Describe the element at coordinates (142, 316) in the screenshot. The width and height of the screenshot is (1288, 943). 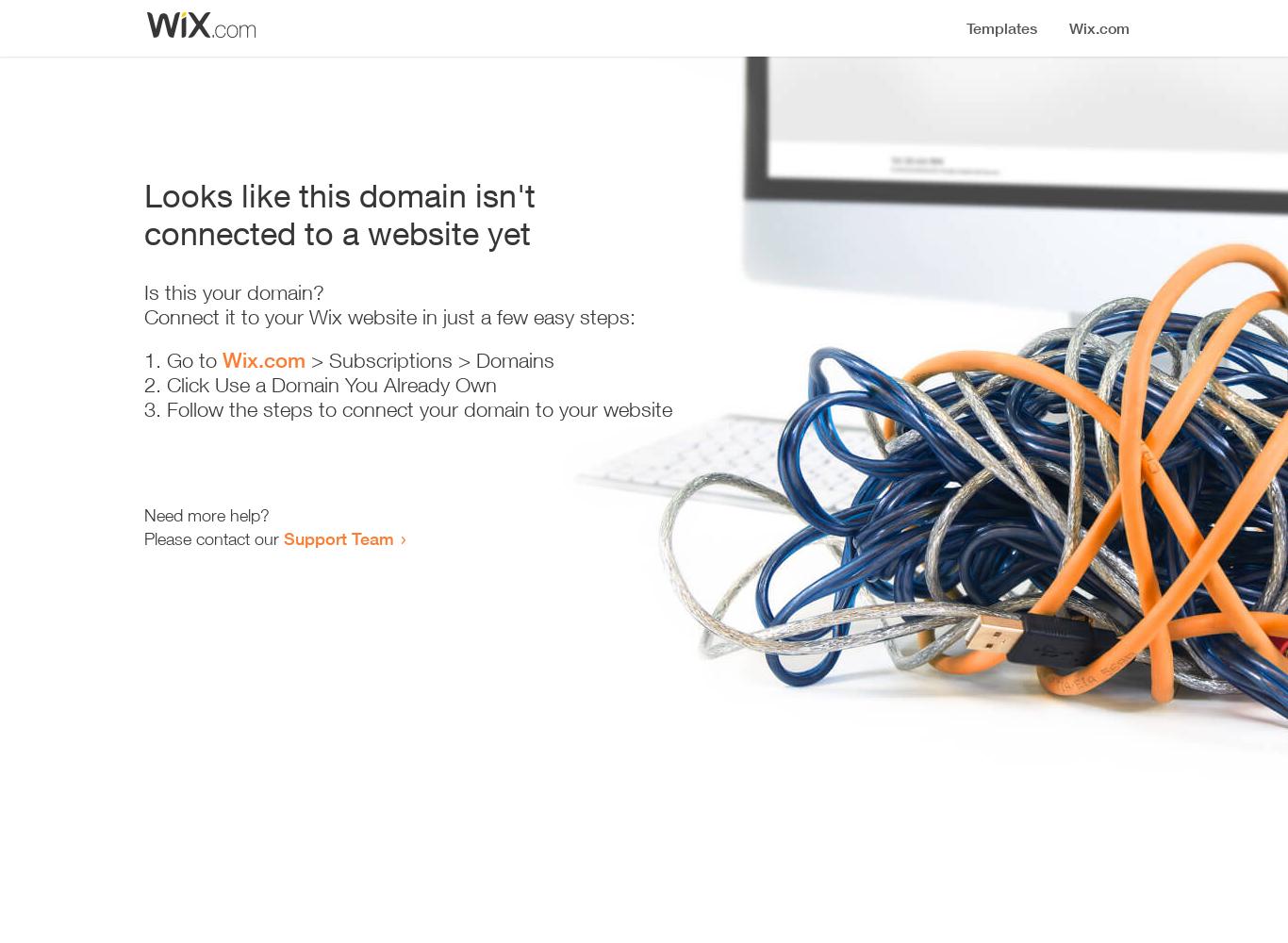
I see `'Connect it to your Wix website in just a few easy steps:'` at that location.